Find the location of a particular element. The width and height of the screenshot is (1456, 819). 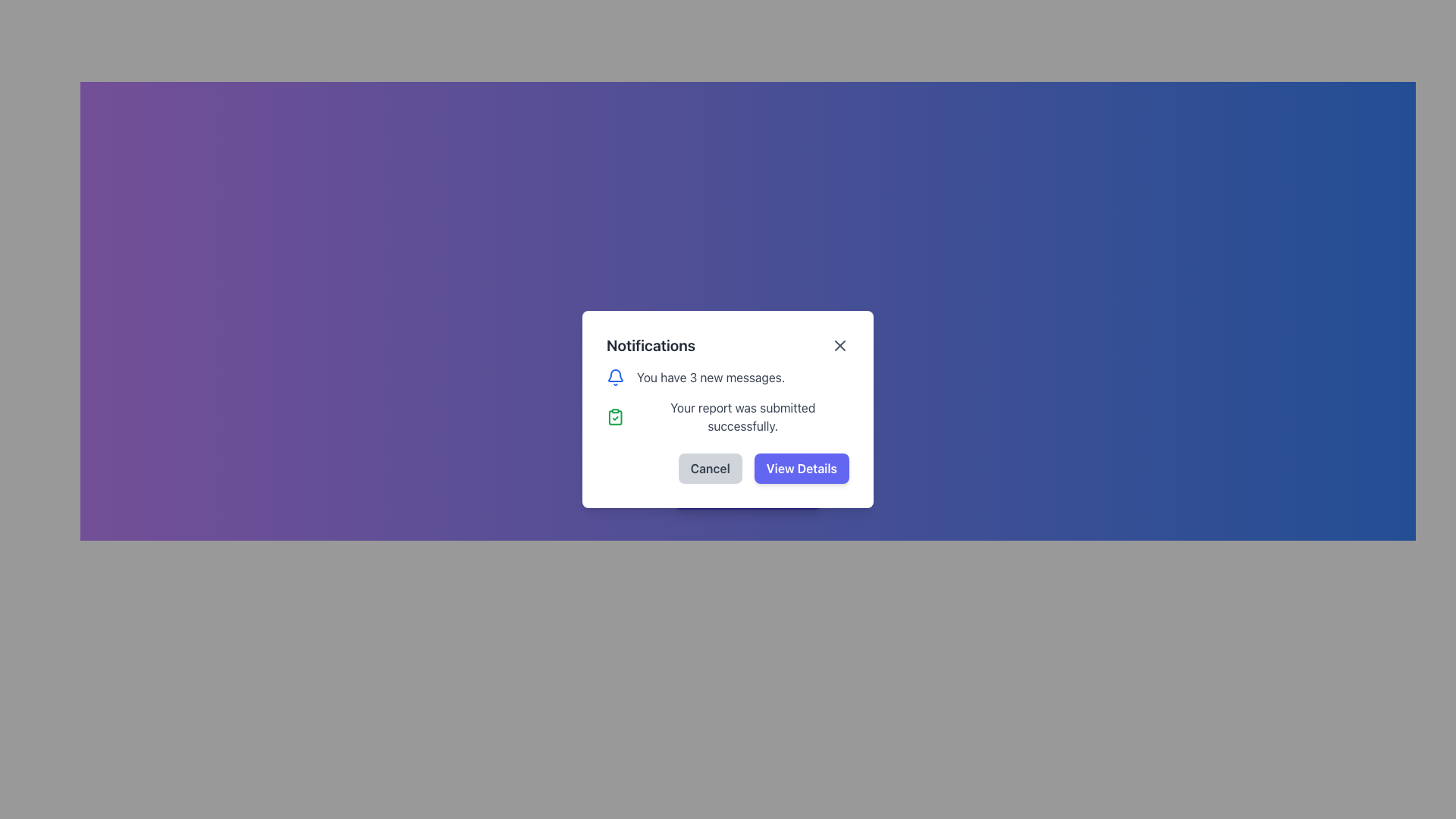

the cancel button located at the bottom-left of the modal, positioned next to the 'View Details' button, to enable keyboard navigation is located at coordinates (709, 467).